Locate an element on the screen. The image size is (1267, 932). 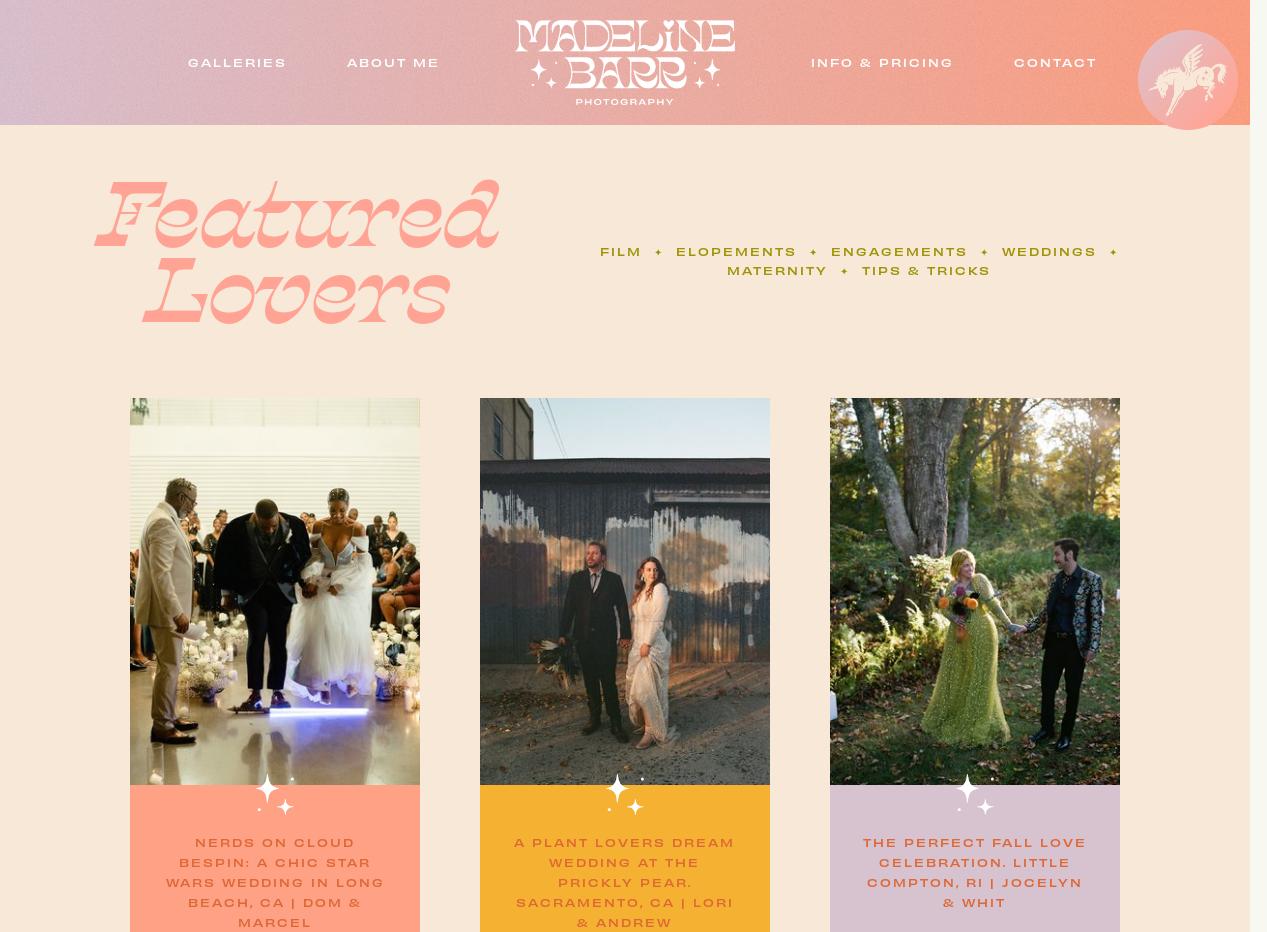
'Galleries' is located at coordinates (186, 61).